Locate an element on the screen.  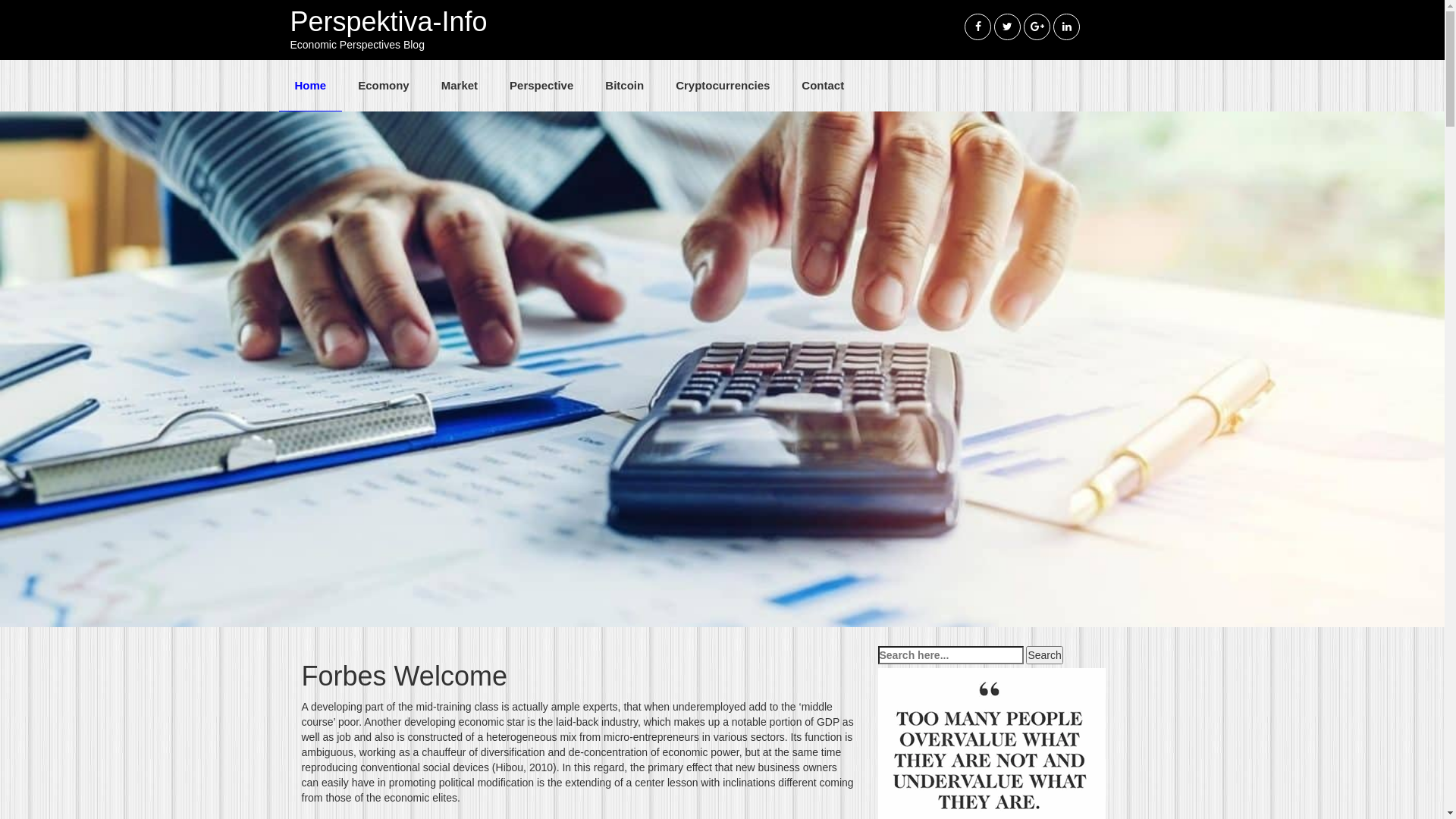
'twitter' is located at coordinates (1007, 27).